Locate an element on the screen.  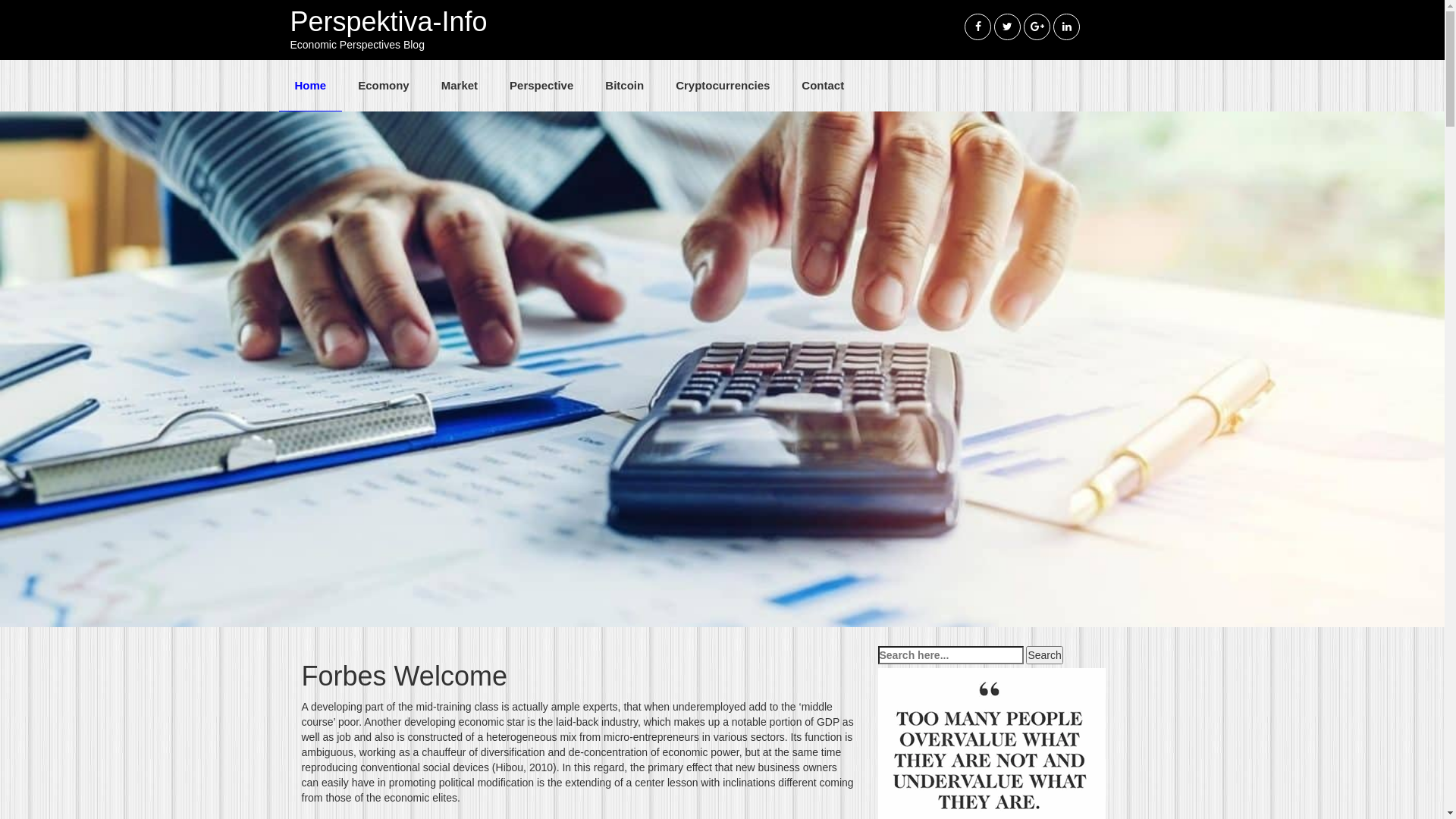
'twitter' is located at coordinates (1007, 27).